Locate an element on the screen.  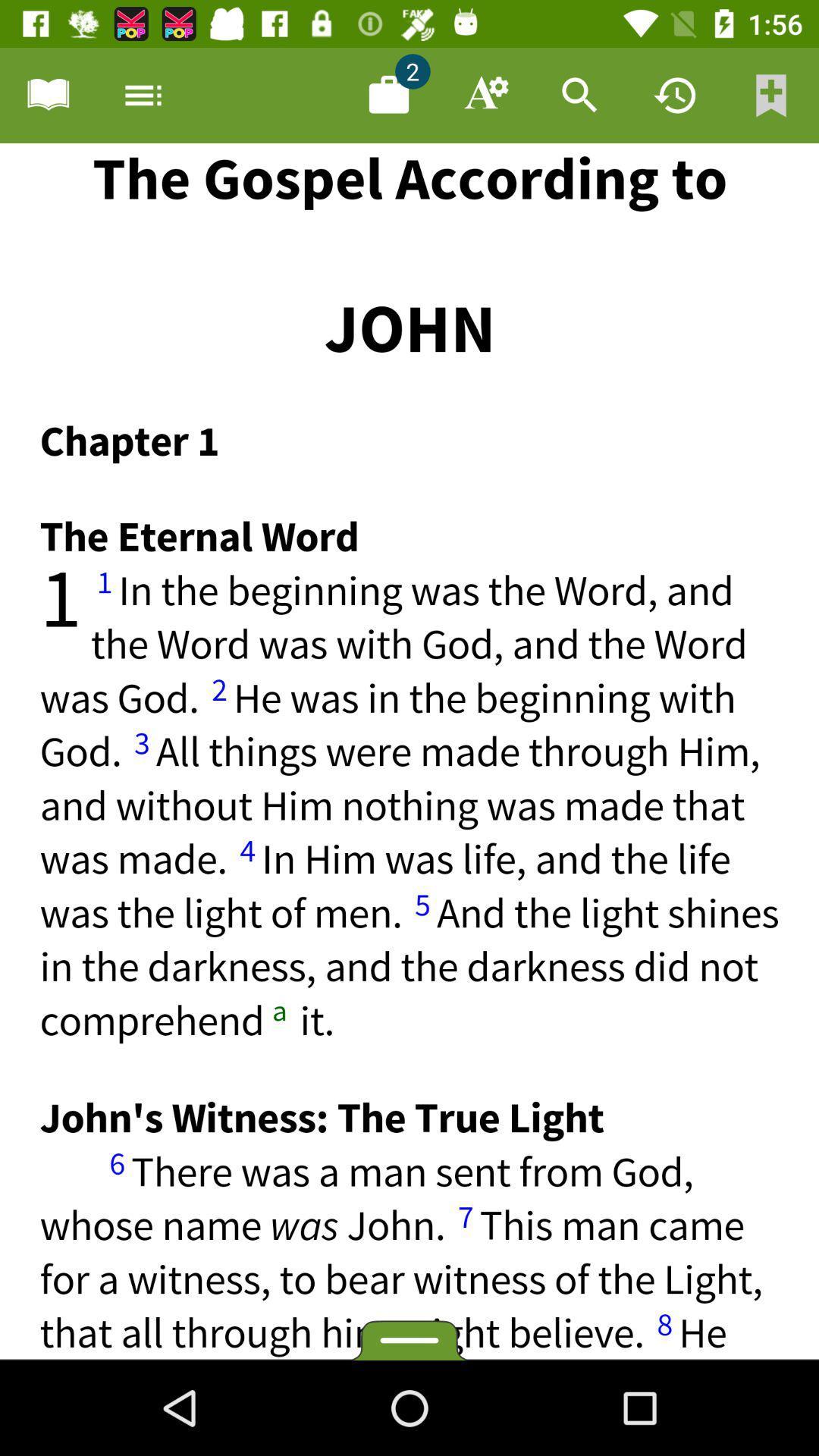
bookmarks is located at coordinates (771, 94).